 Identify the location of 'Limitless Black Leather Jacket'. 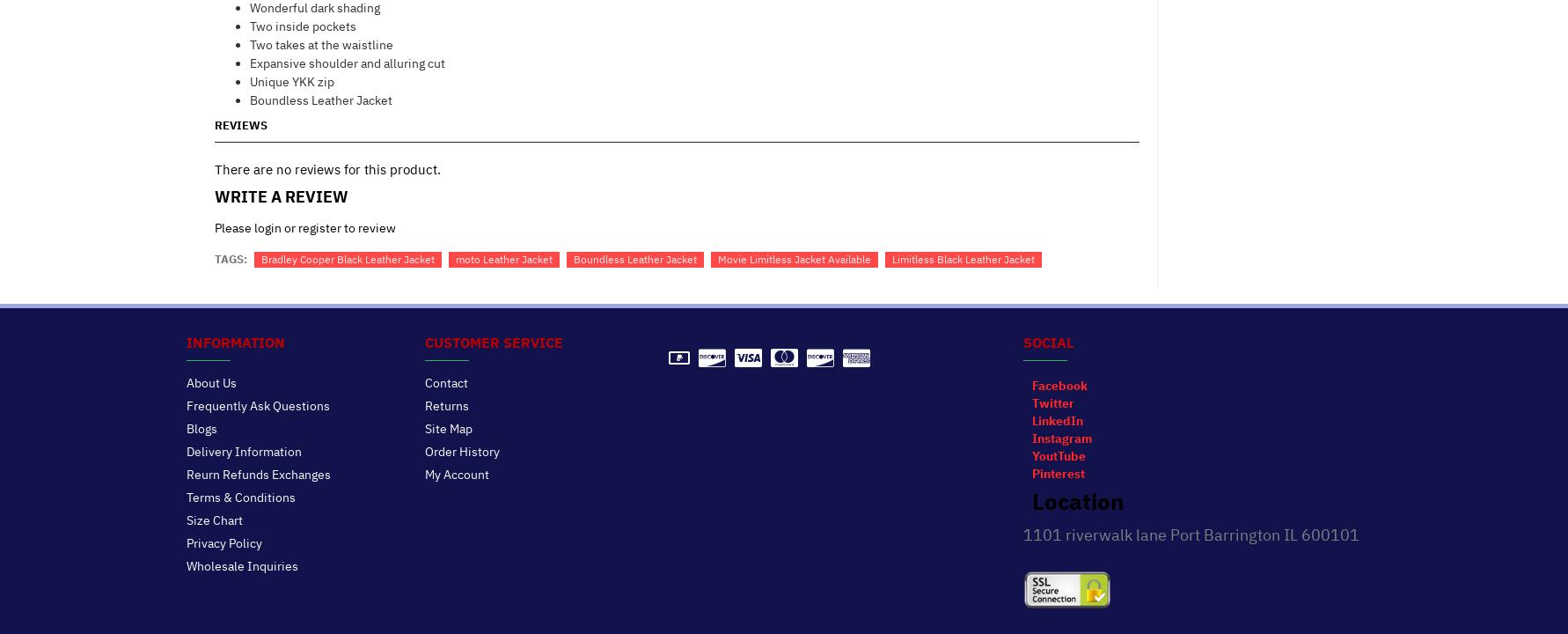
(962, 259).